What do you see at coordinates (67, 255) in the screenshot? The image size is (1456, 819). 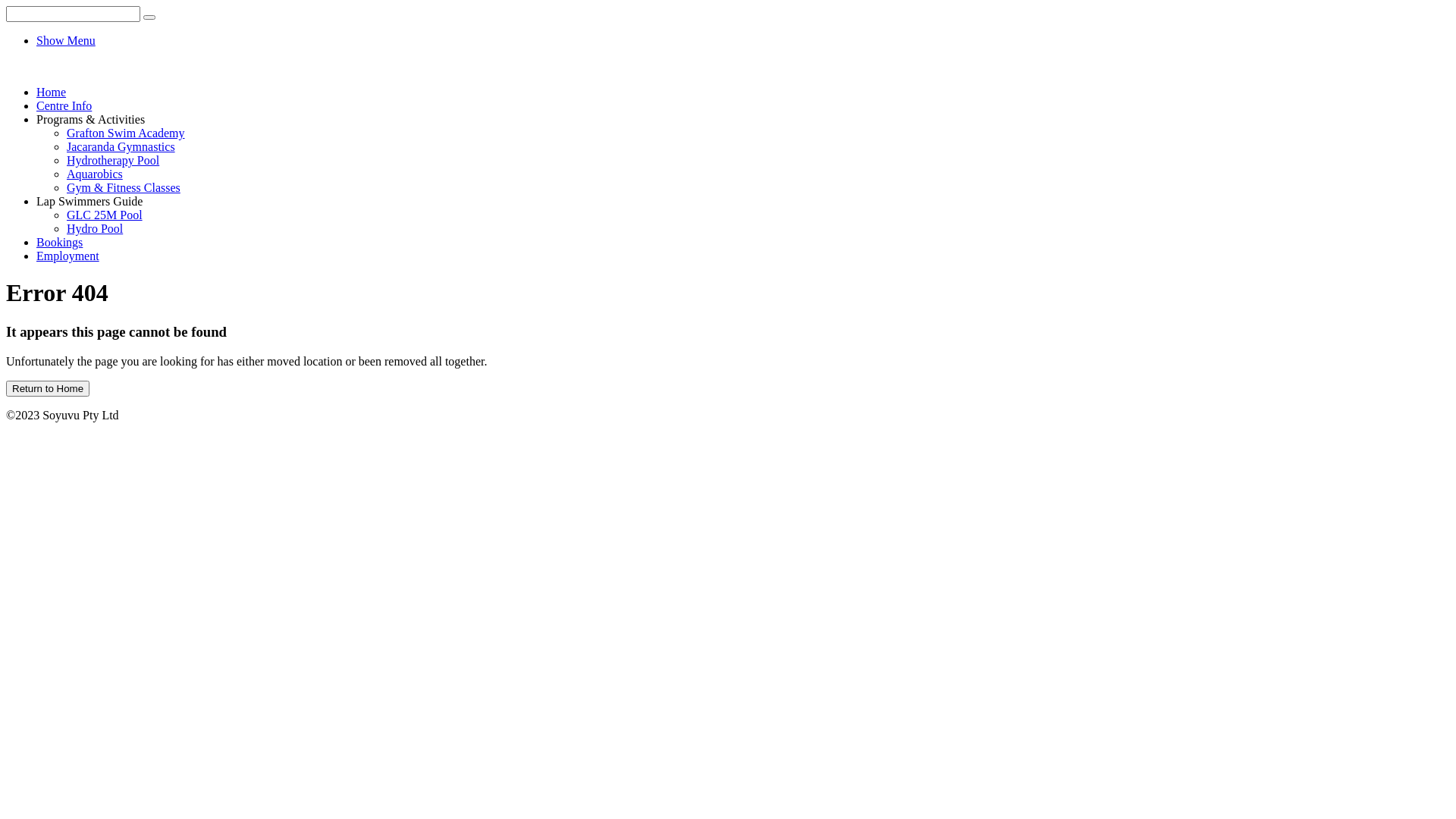 I see `'Employment'` at bounding box center [67, 255].